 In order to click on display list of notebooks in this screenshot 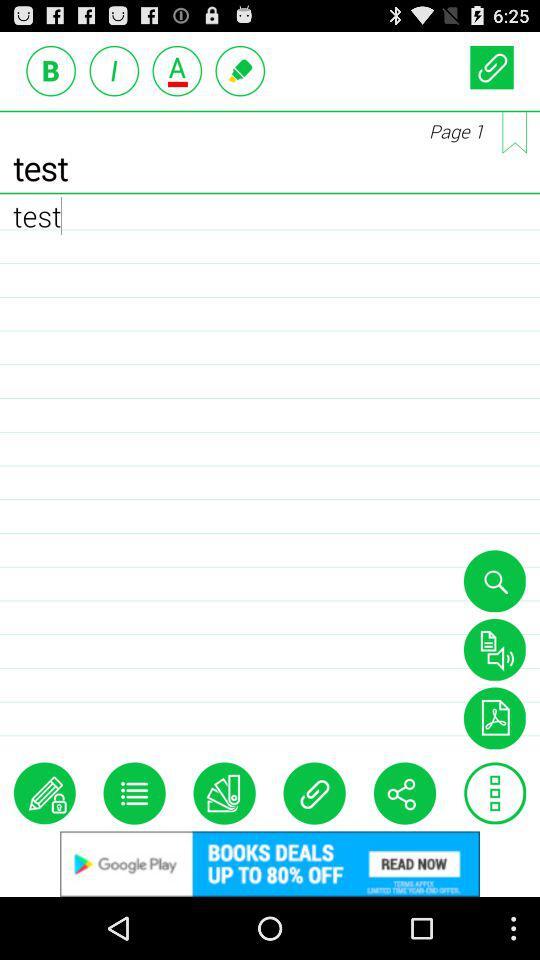, I will do `click(134, 793)`.